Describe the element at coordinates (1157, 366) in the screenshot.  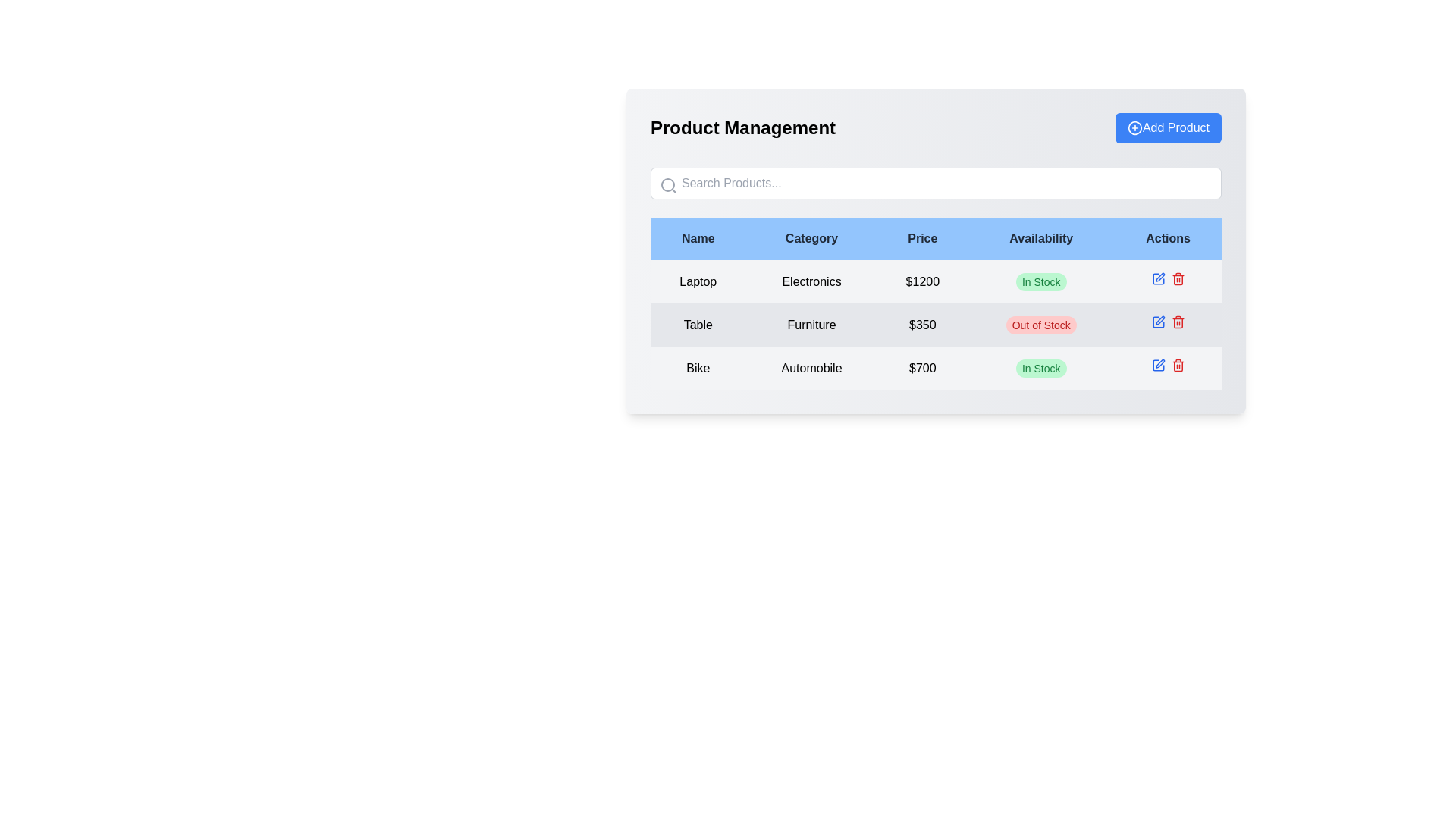
I see `the edit icon for the 'Bike' product located in the 'Actions' column of the table by` at that location.